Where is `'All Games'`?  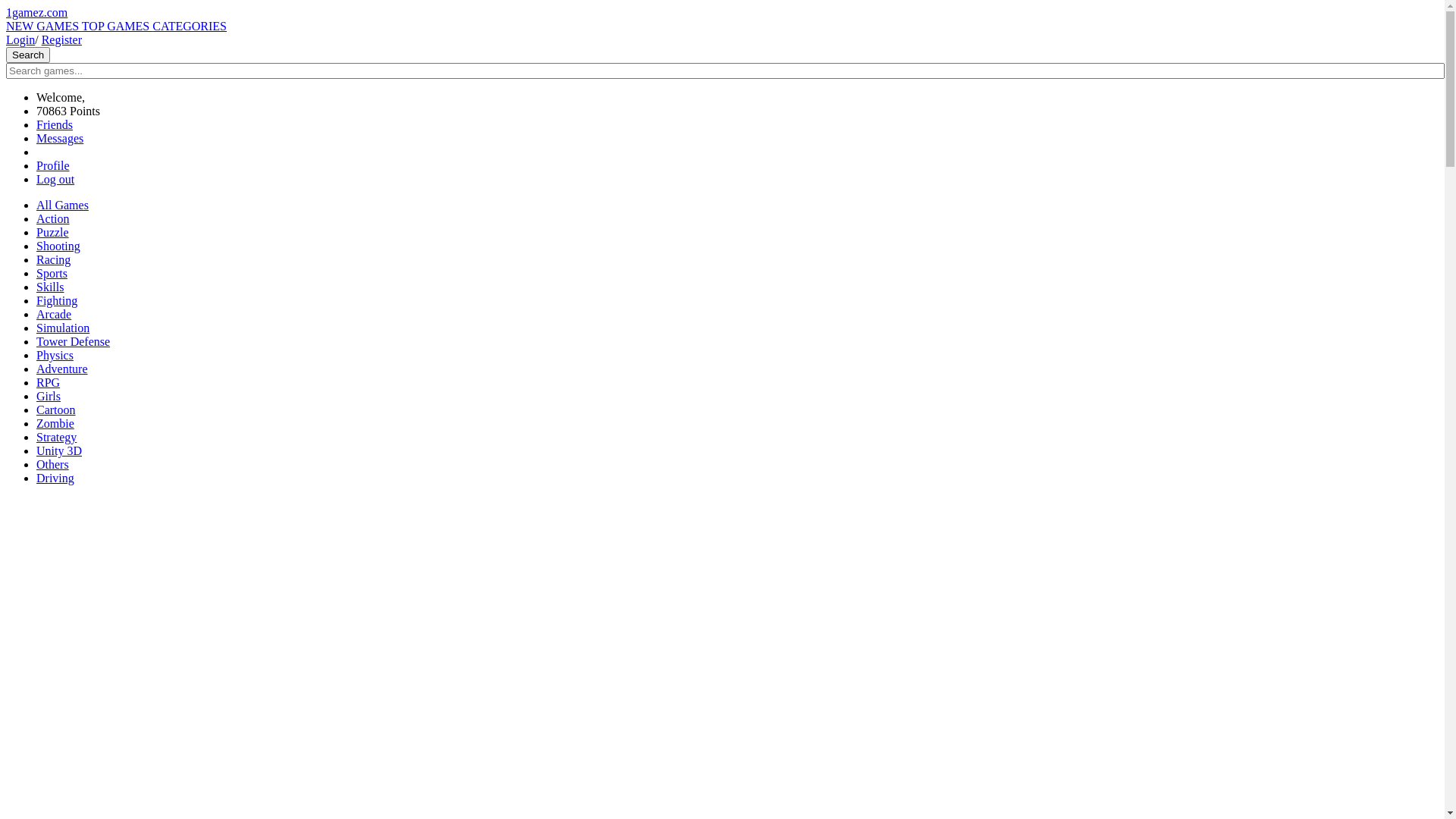
'All Games' is located at coordinates (61, 205).